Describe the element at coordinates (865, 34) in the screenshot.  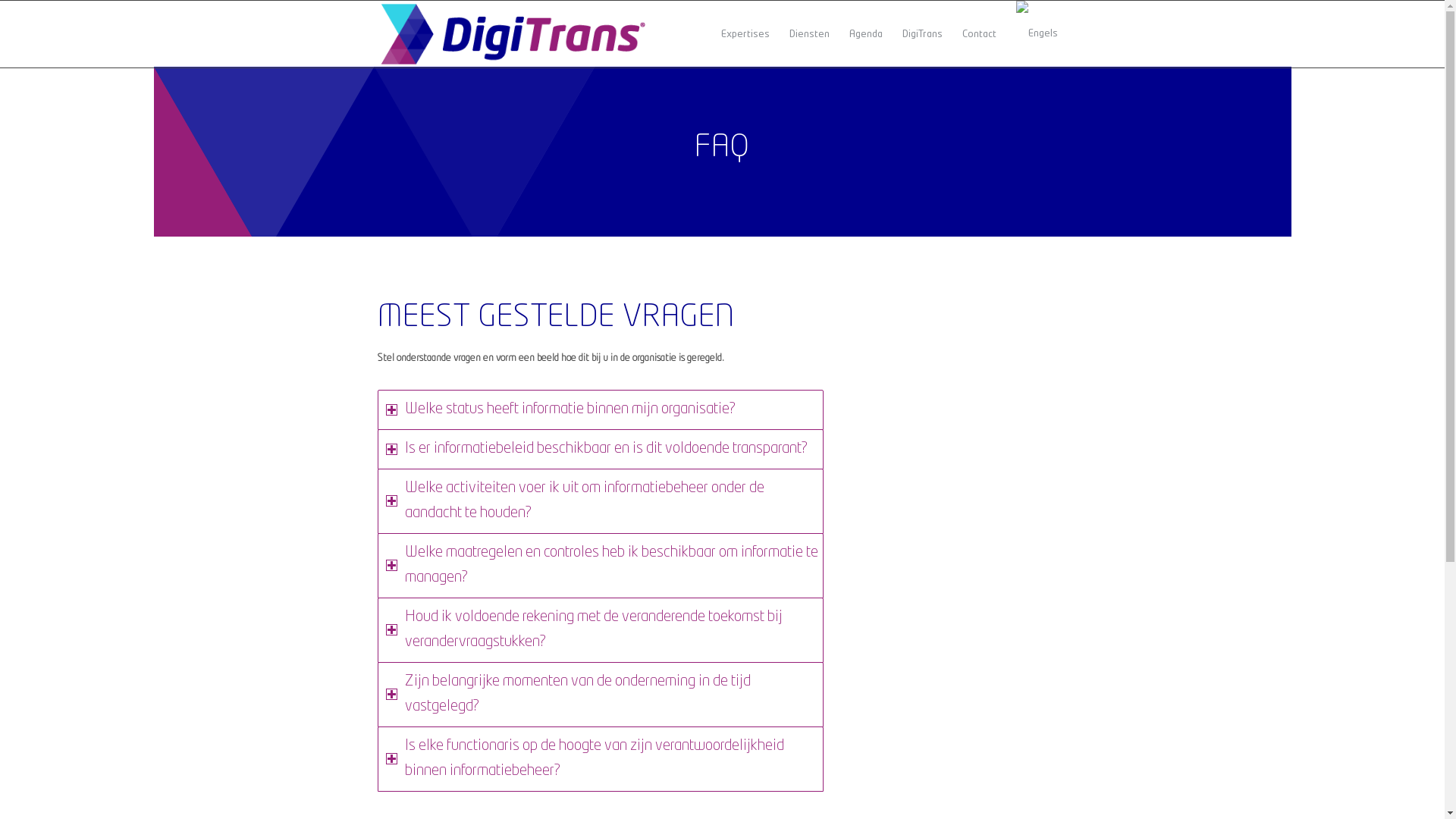
I see `'Agenda'` at that location.